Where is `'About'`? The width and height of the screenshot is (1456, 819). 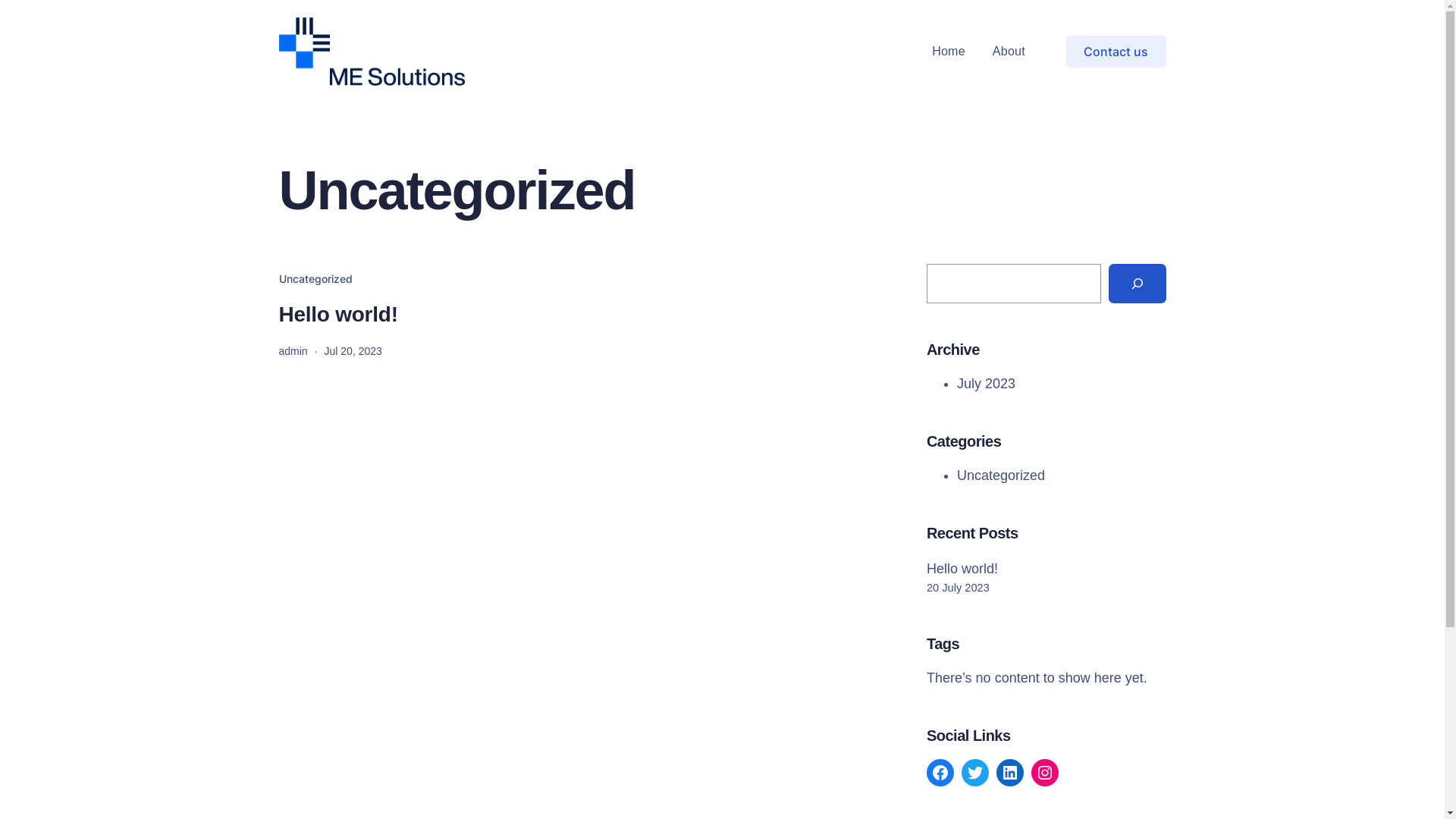
'About' is located at coordinates (1009, 51).